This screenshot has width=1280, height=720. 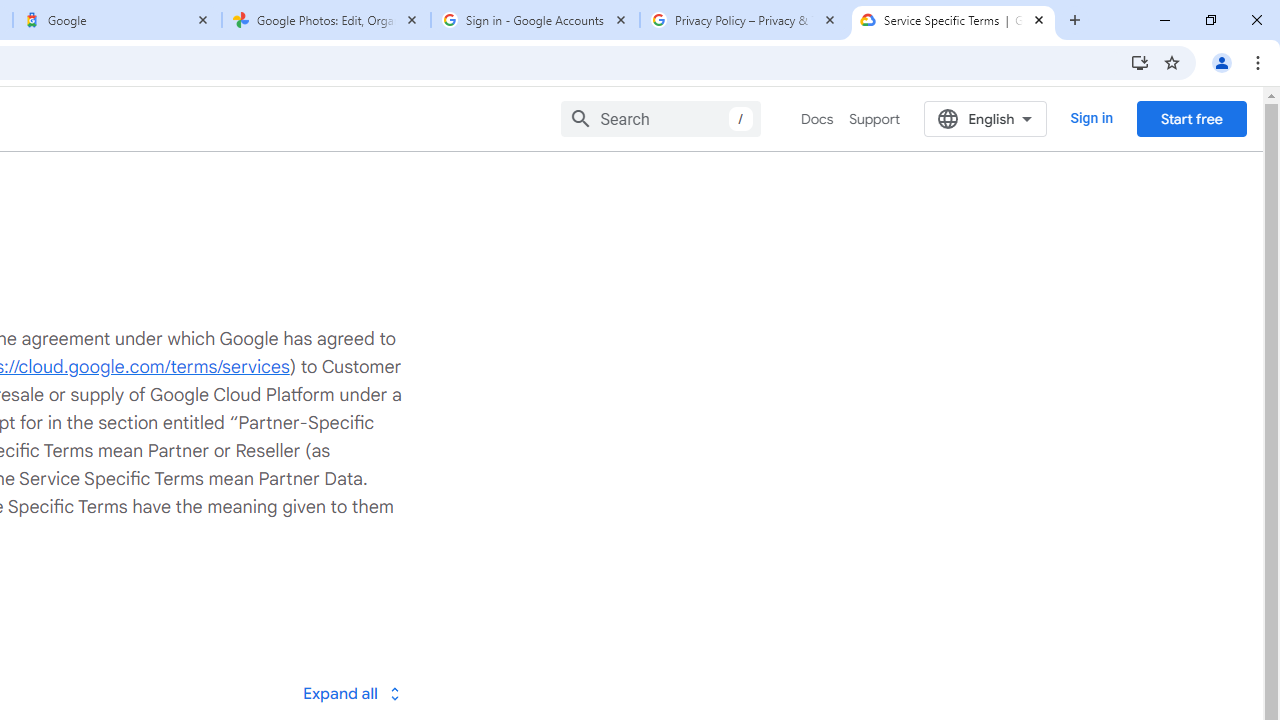 What do you see at coordinates (1074, 20) in the screenshot?
I see `'New Tab'` at bounding box center [1074, 20].